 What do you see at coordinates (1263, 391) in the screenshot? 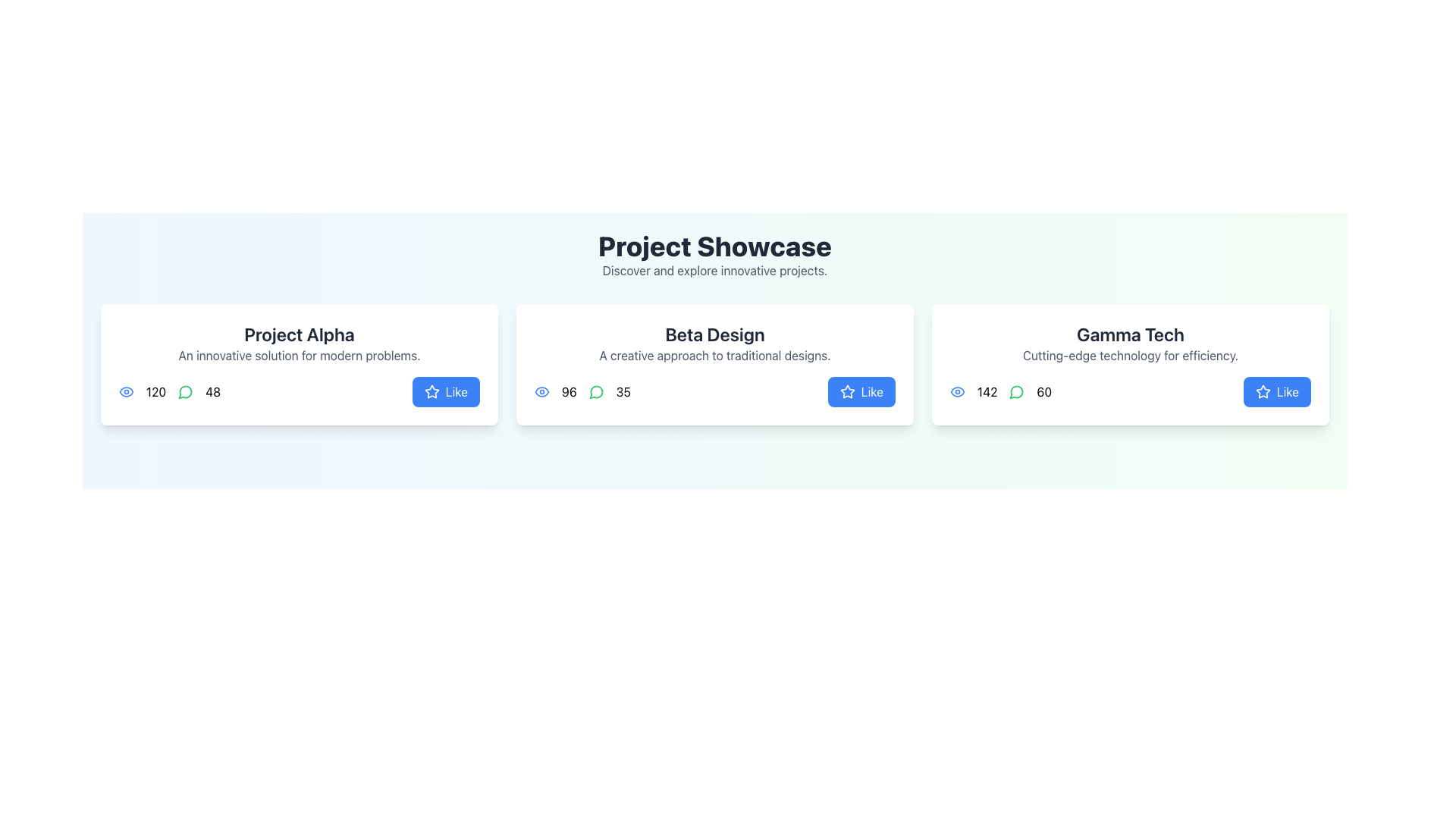
I see `the blue star-shaped icon located within the 'Like' button on the 'Gamma Tech' card, which is situated at the bottom right of the card` at bounding box center [1263, 391].